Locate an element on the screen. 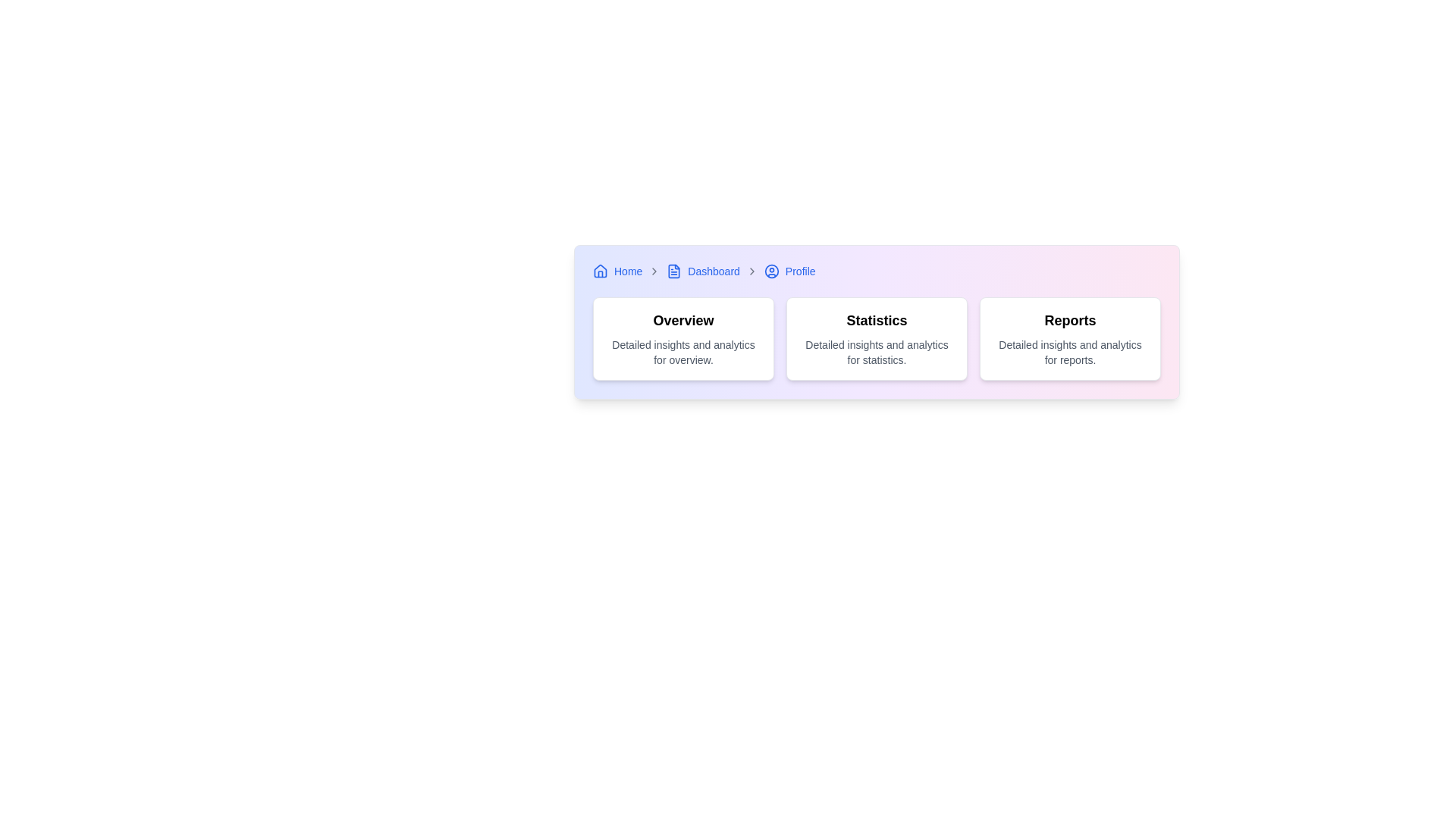  the first breadcrumb link is located at coordinates (626, 271).